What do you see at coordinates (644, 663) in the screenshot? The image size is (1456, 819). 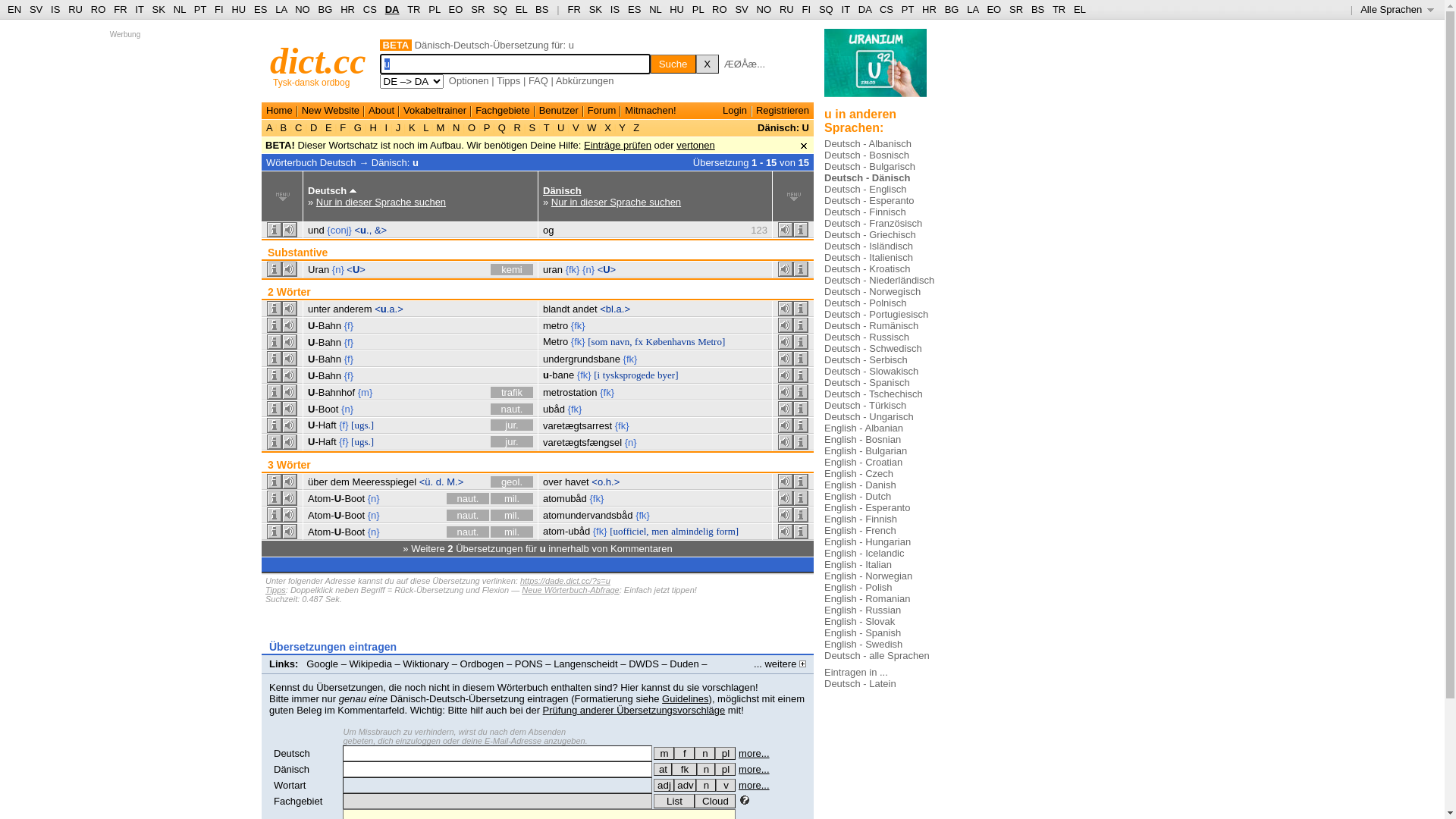 I see `'DWDS'` at bounding box center [644, 663].